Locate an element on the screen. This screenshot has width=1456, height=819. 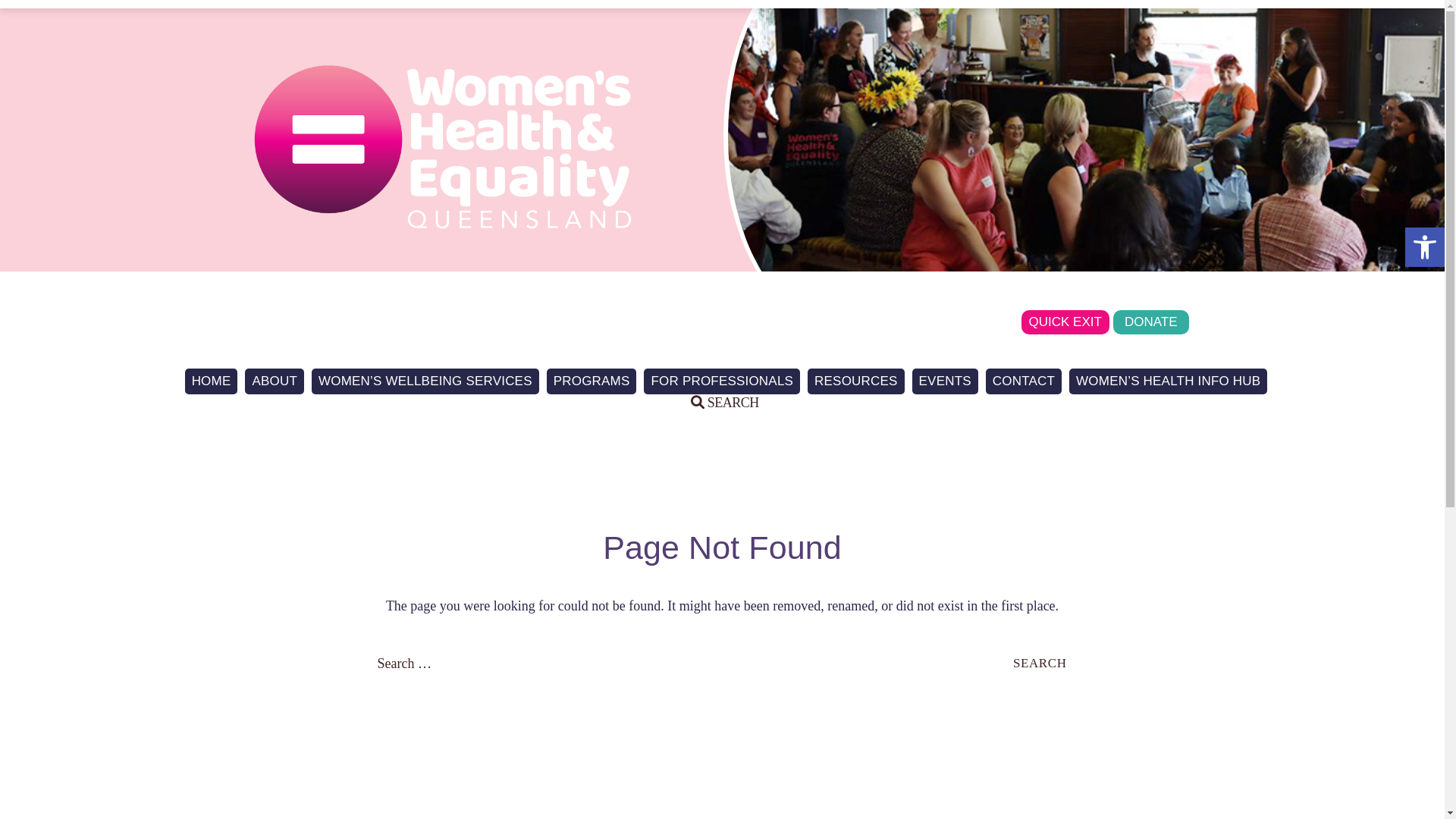
'SEARCH' is located at coordinates (723, 402).